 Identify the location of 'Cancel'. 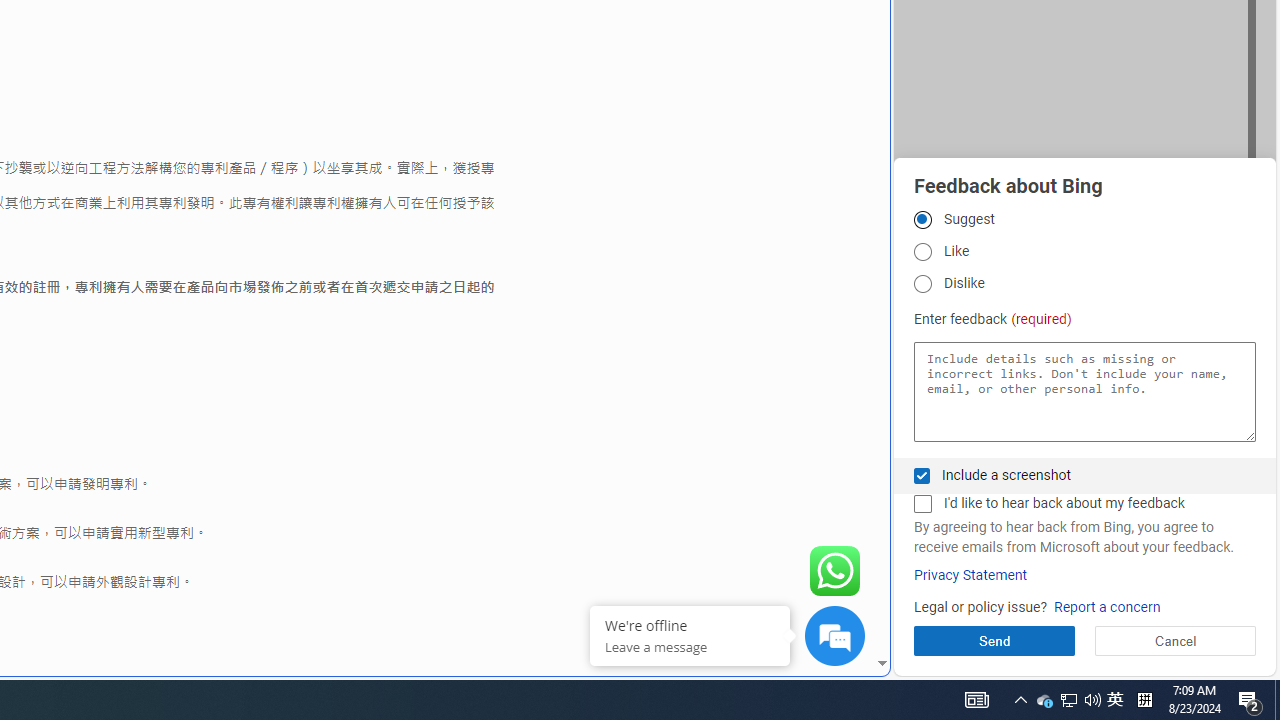
(1175, 640).